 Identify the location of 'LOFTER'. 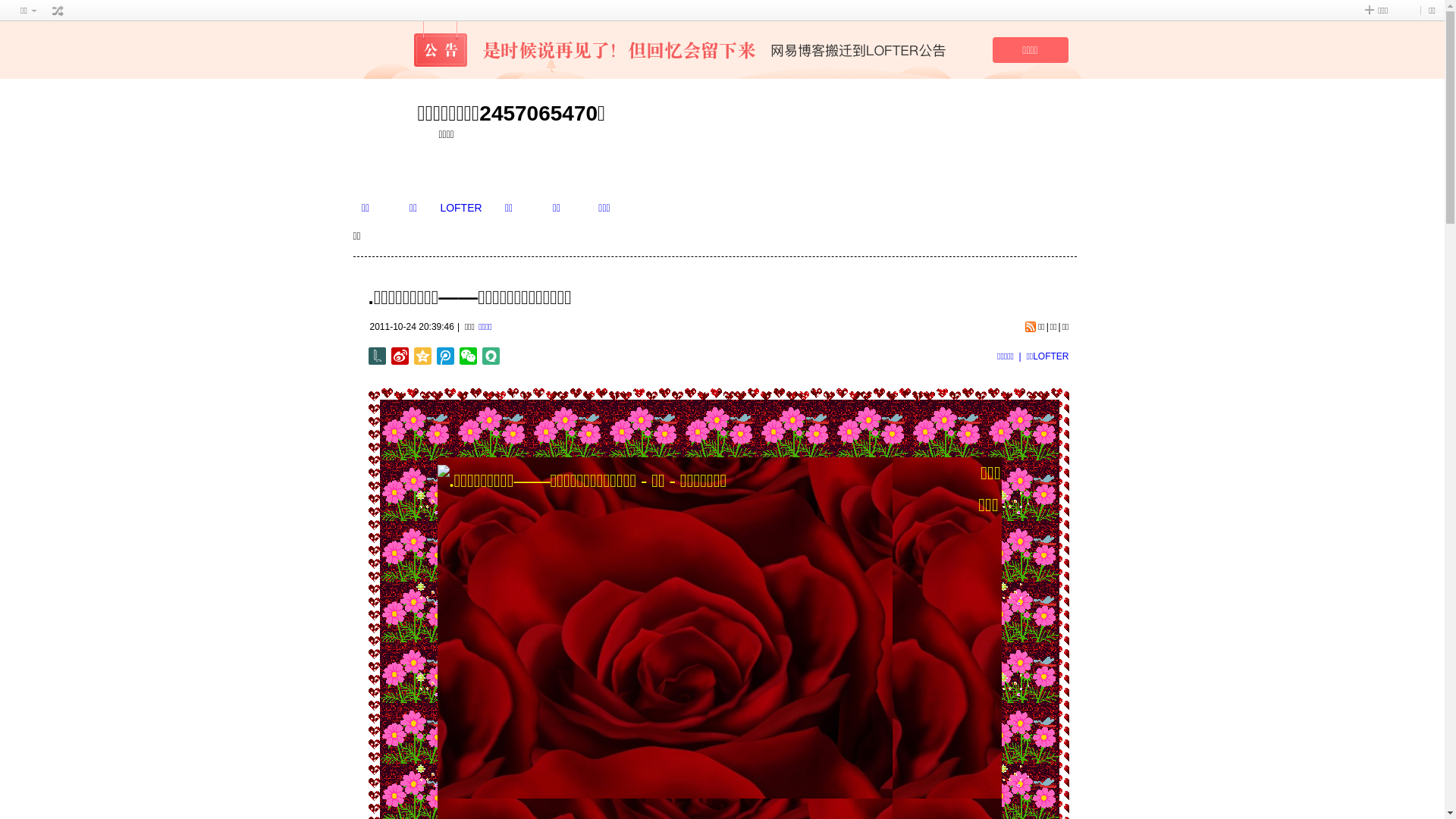
(436, 207).